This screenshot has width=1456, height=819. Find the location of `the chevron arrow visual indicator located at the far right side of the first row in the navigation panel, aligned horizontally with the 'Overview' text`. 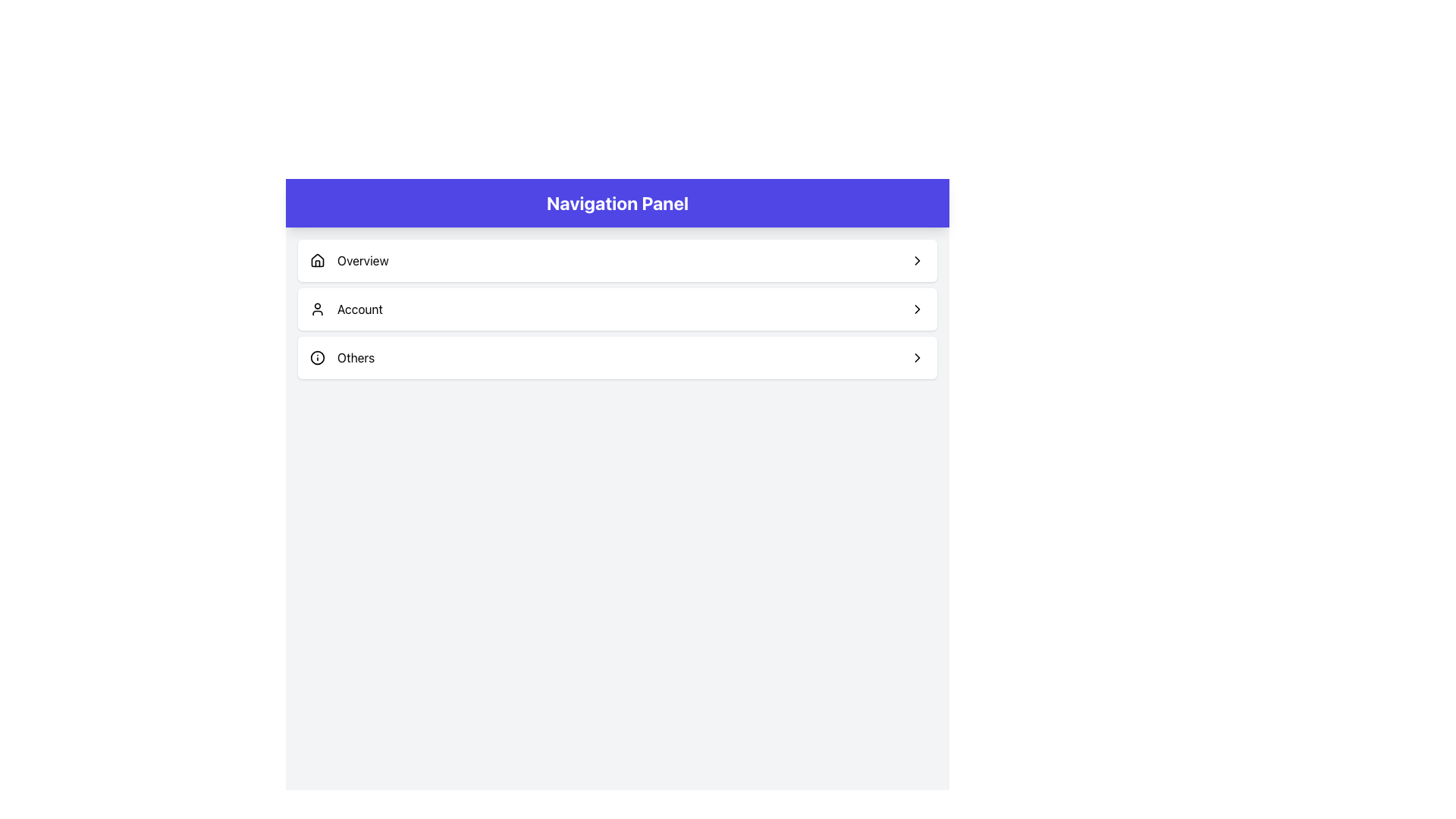

the chevron arrow visual indicator located at the far right side of the first row in the navigation panel, aligned horizontally with the 'Overview' text is located at coordinates (916, 259).